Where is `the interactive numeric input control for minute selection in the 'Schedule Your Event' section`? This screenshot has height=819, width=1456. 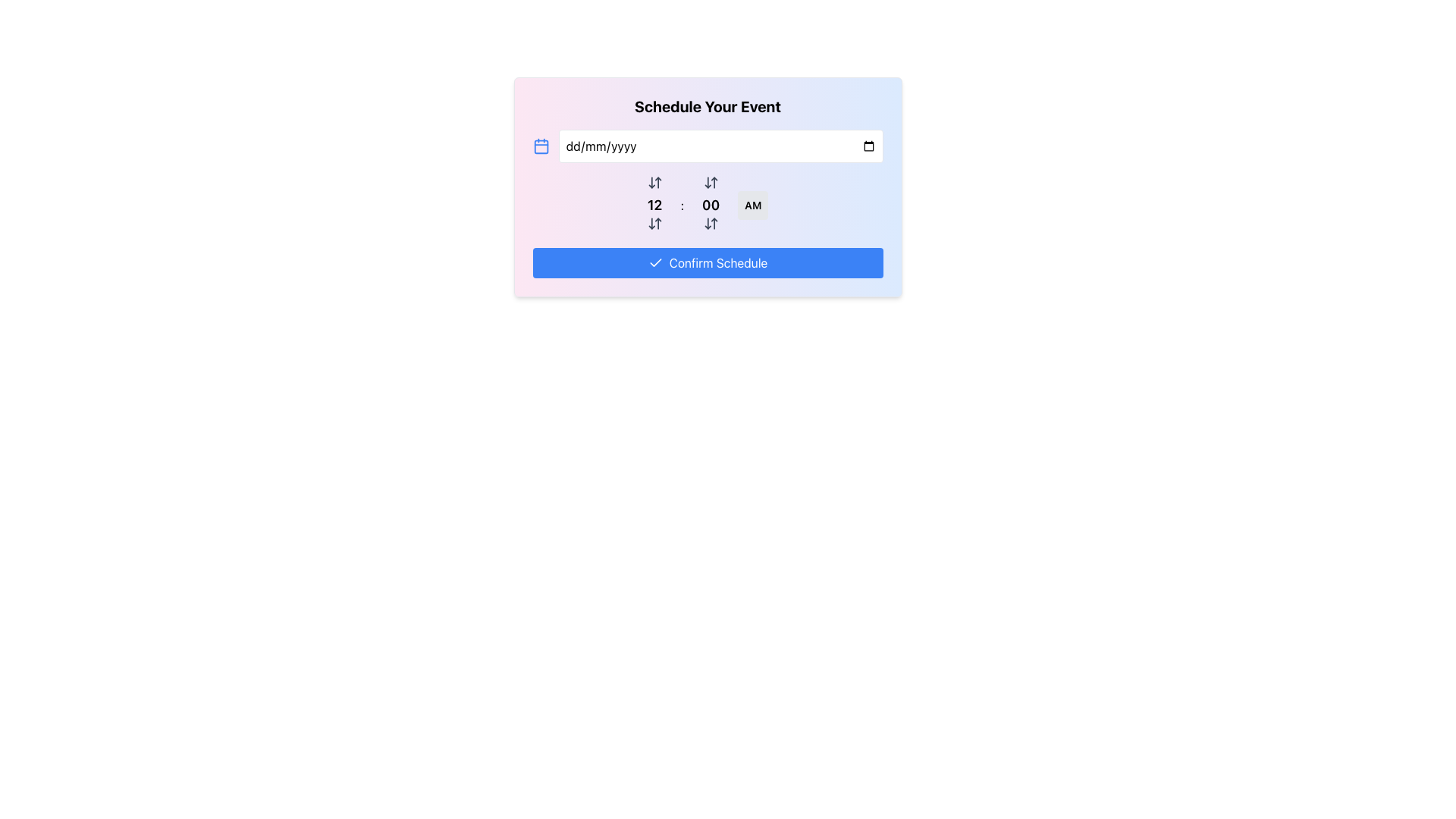
the interactive numeric input control for minute selection in the 'Schedule Your Event' section is located at coordinates (707, 205).